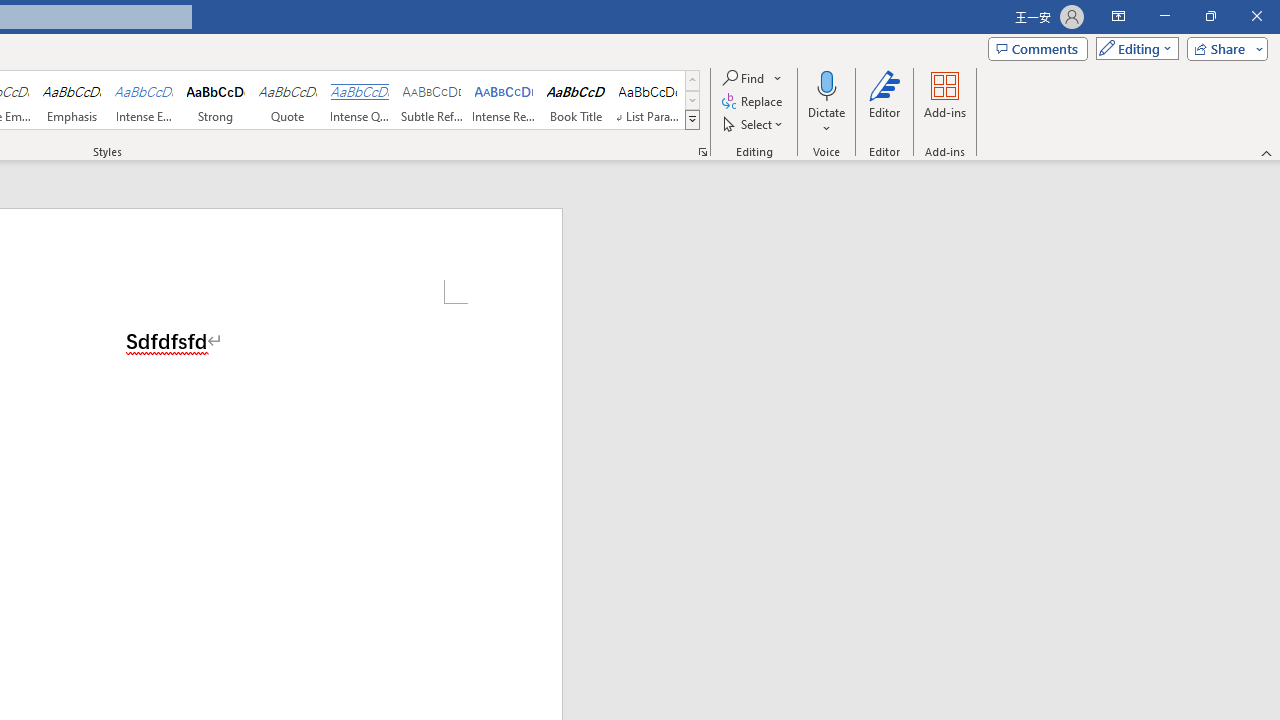  I want to click on 'Styles...', so click(702, 150).